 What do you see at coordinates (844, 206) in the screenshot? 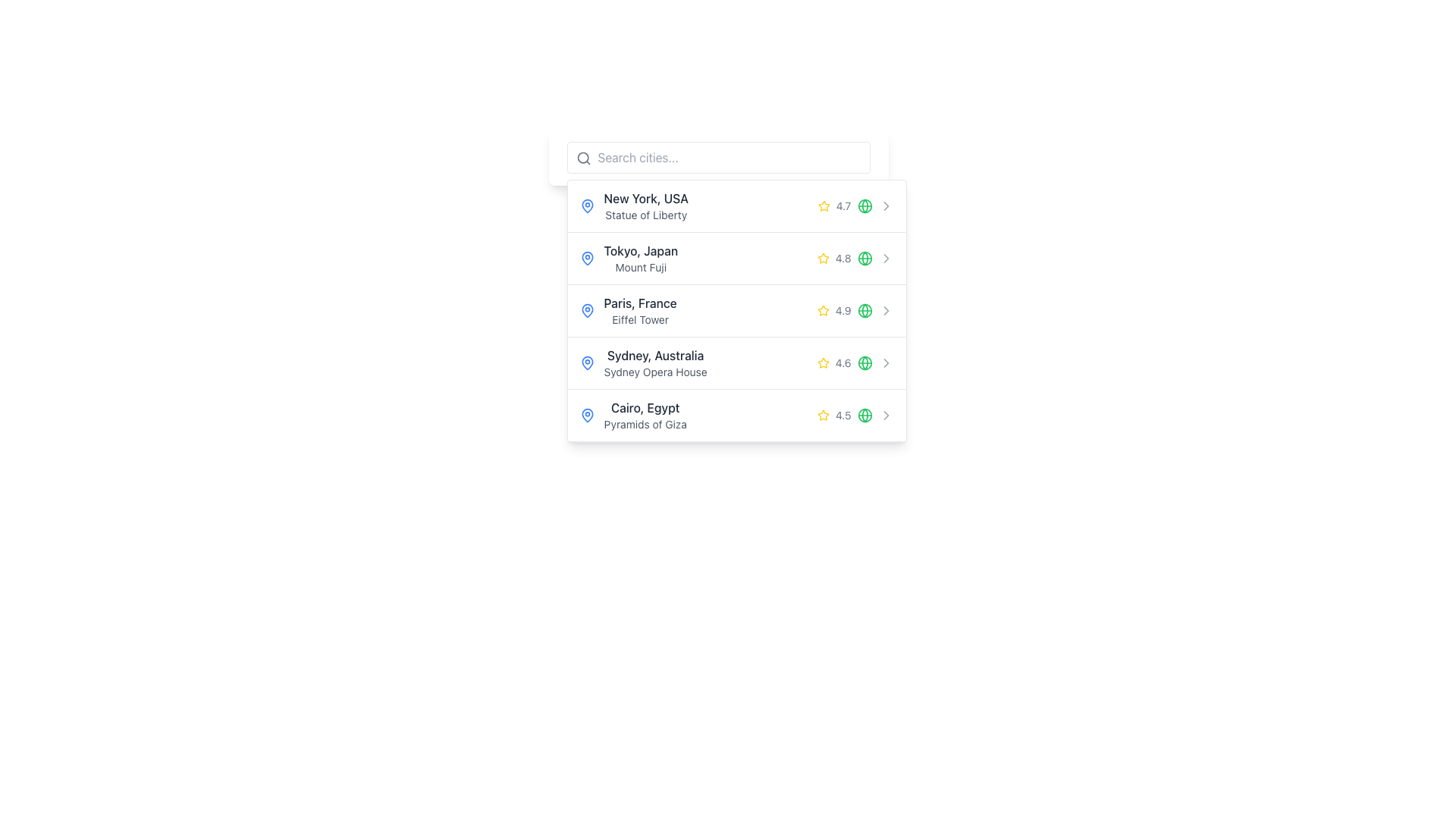
I see `the text element displaying the rating for 'New York, USA - Statue of Liberty', located to the right of the star icon and before the green globe icon` at bounding box center [844, 206].